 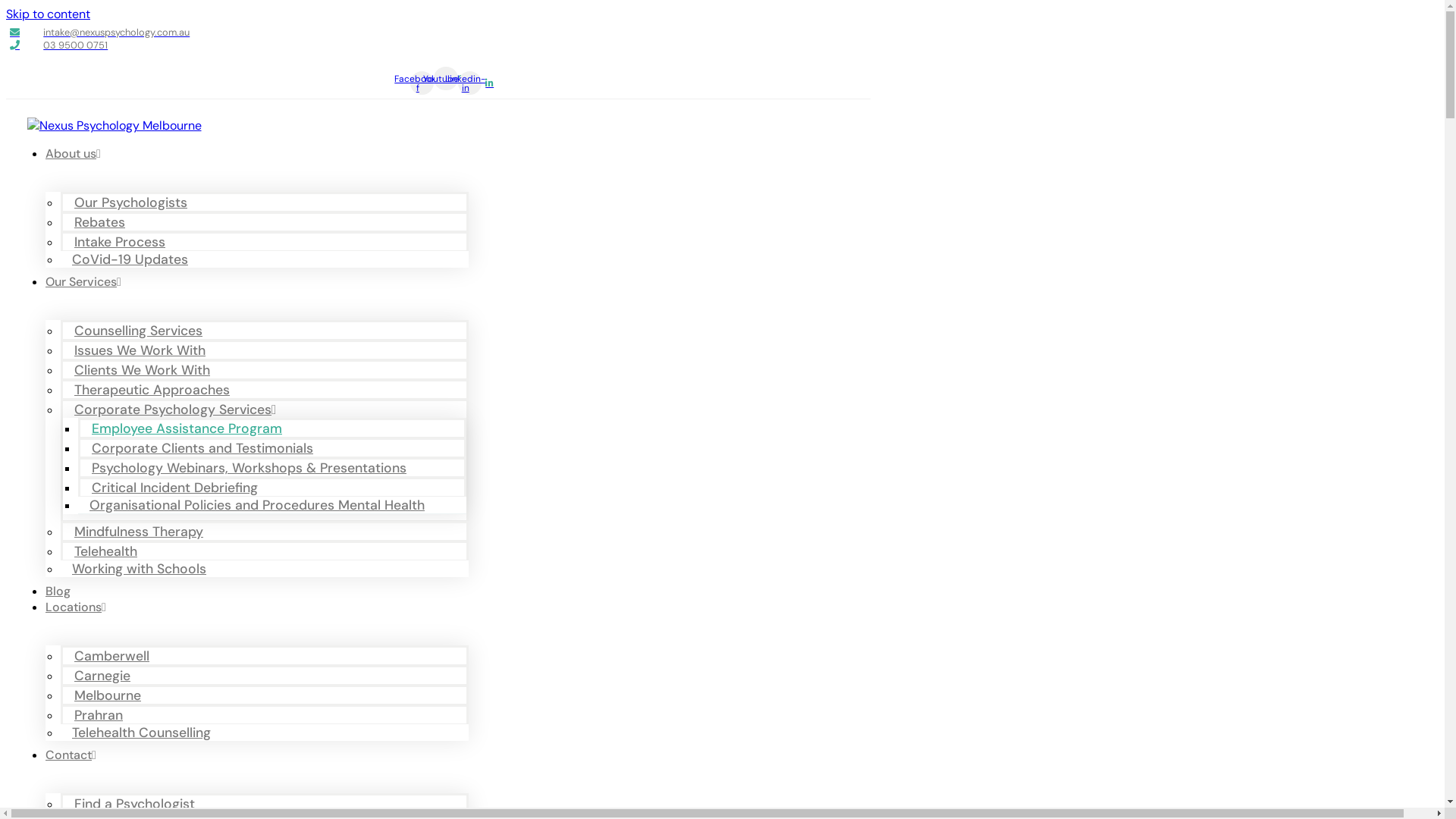 I want to click on 'Issues We Work With', so click(x=143, y=350).